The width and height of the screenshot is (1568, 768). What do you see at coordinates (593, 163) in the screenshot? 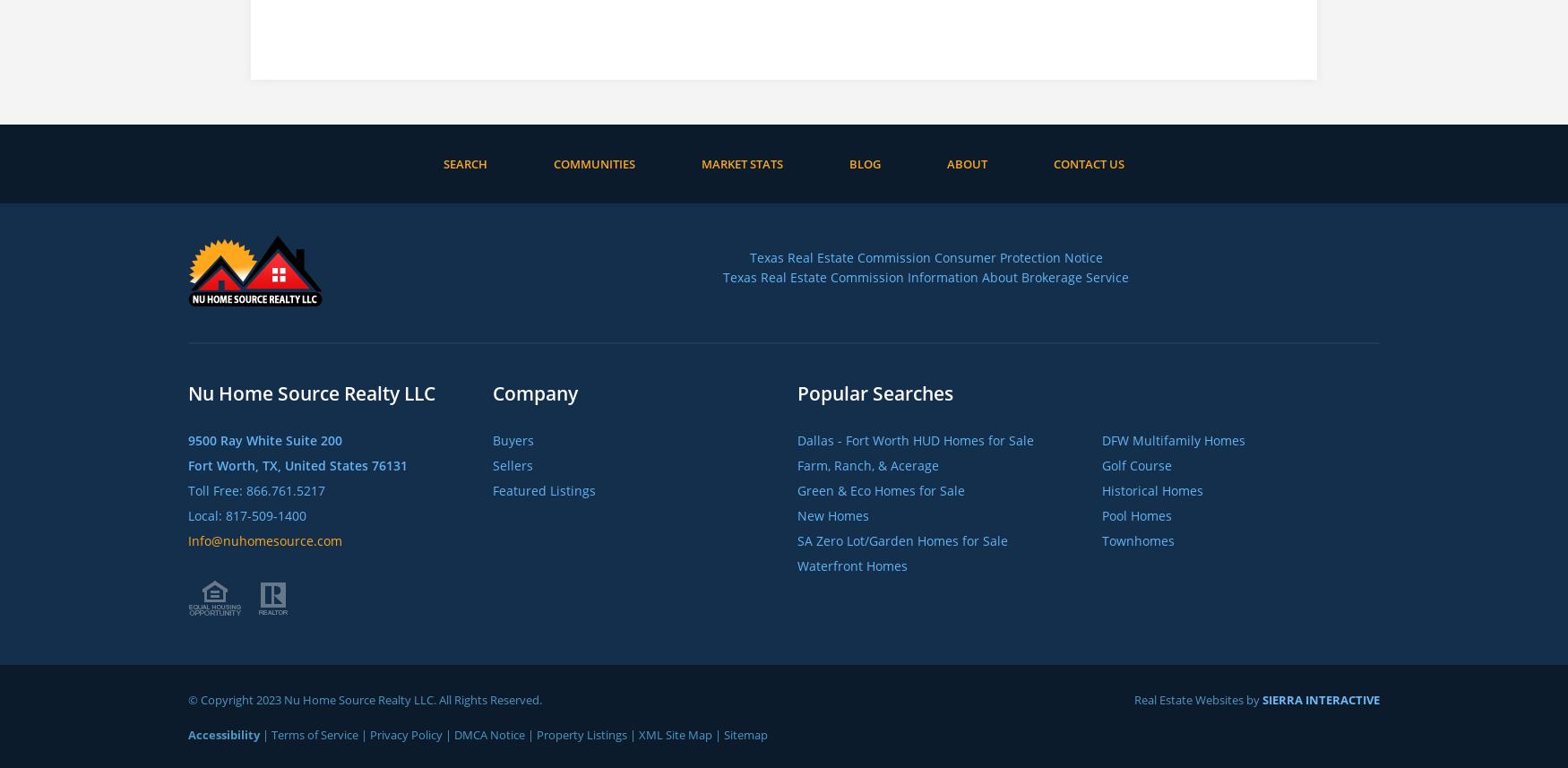
I see `'Communities'` at bounding box center [593, 163].